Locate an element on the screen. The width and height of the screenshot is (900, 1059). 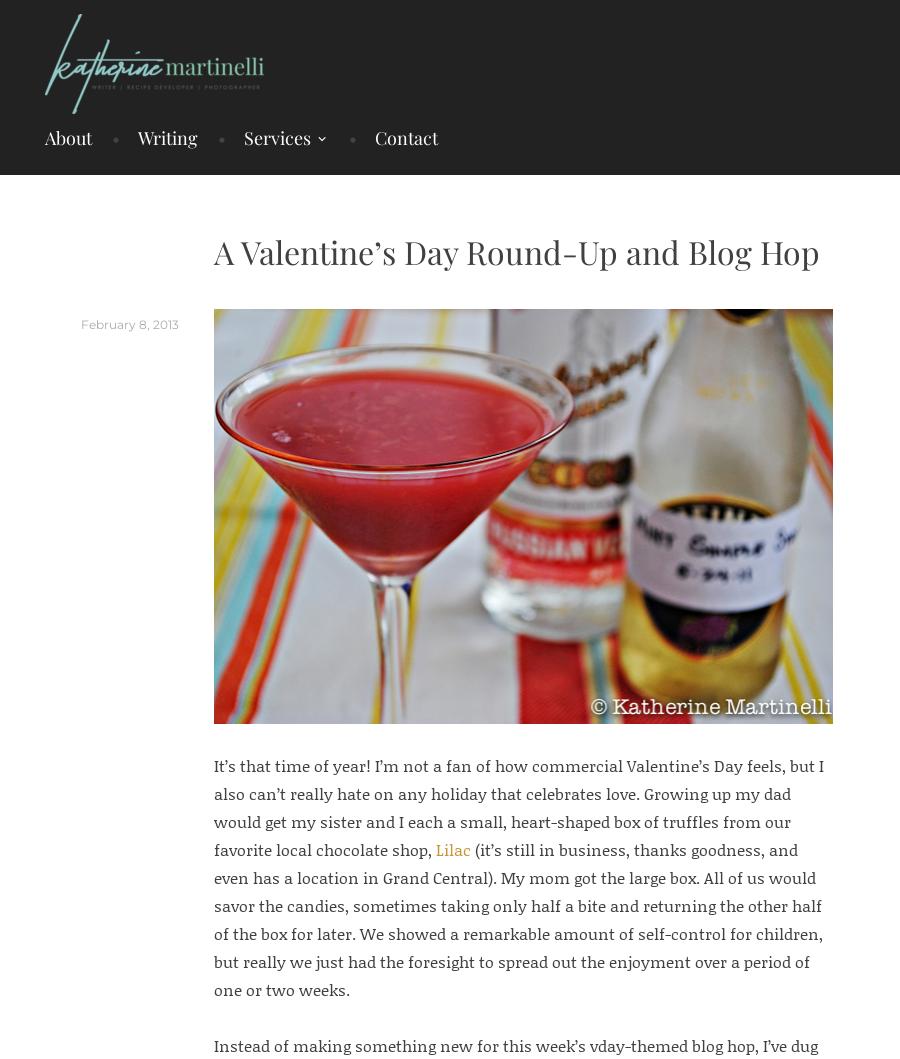
'Recipe Development' is located at coordinates (296, 202).